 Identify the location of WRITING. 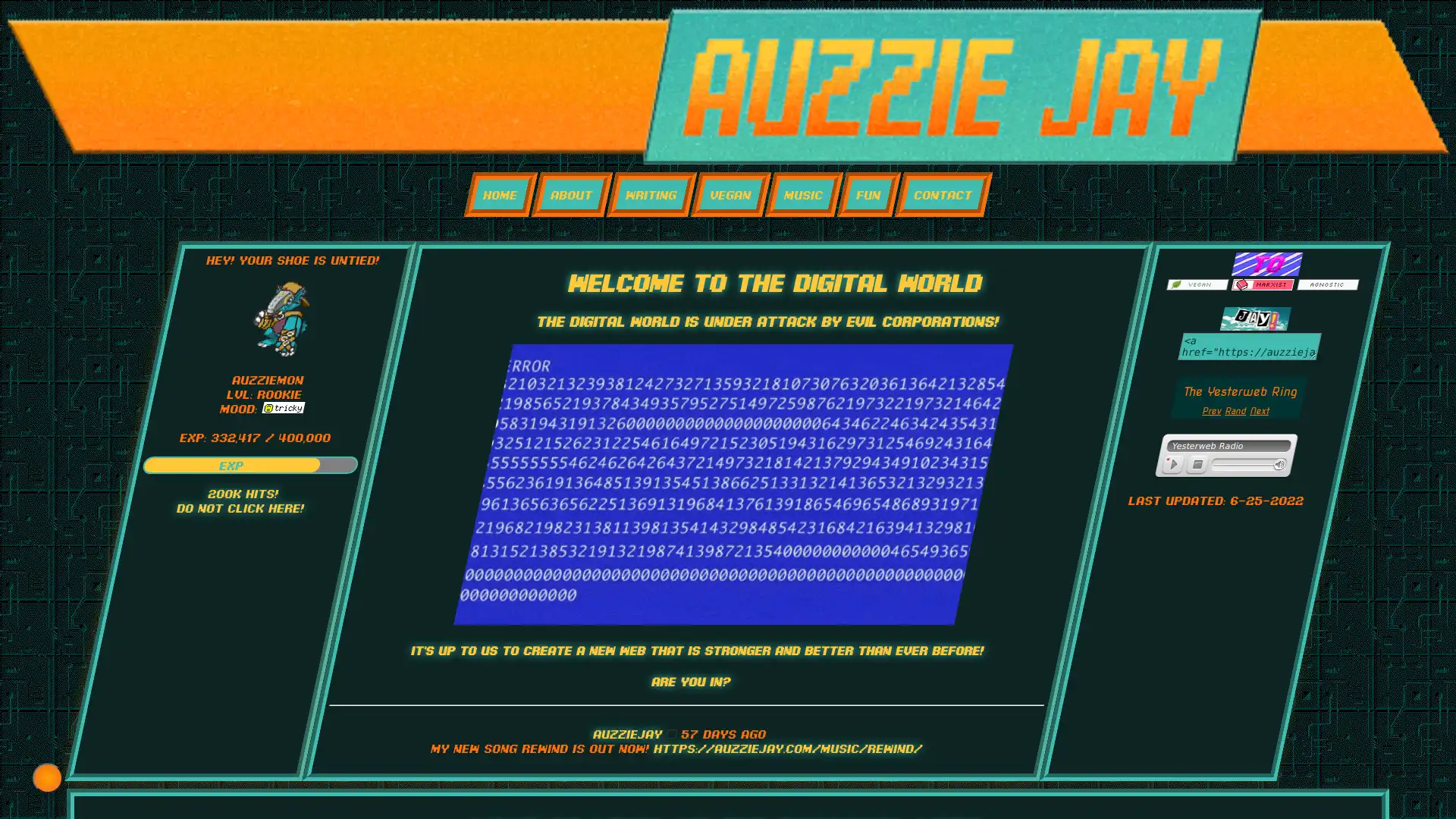
(651, 193).